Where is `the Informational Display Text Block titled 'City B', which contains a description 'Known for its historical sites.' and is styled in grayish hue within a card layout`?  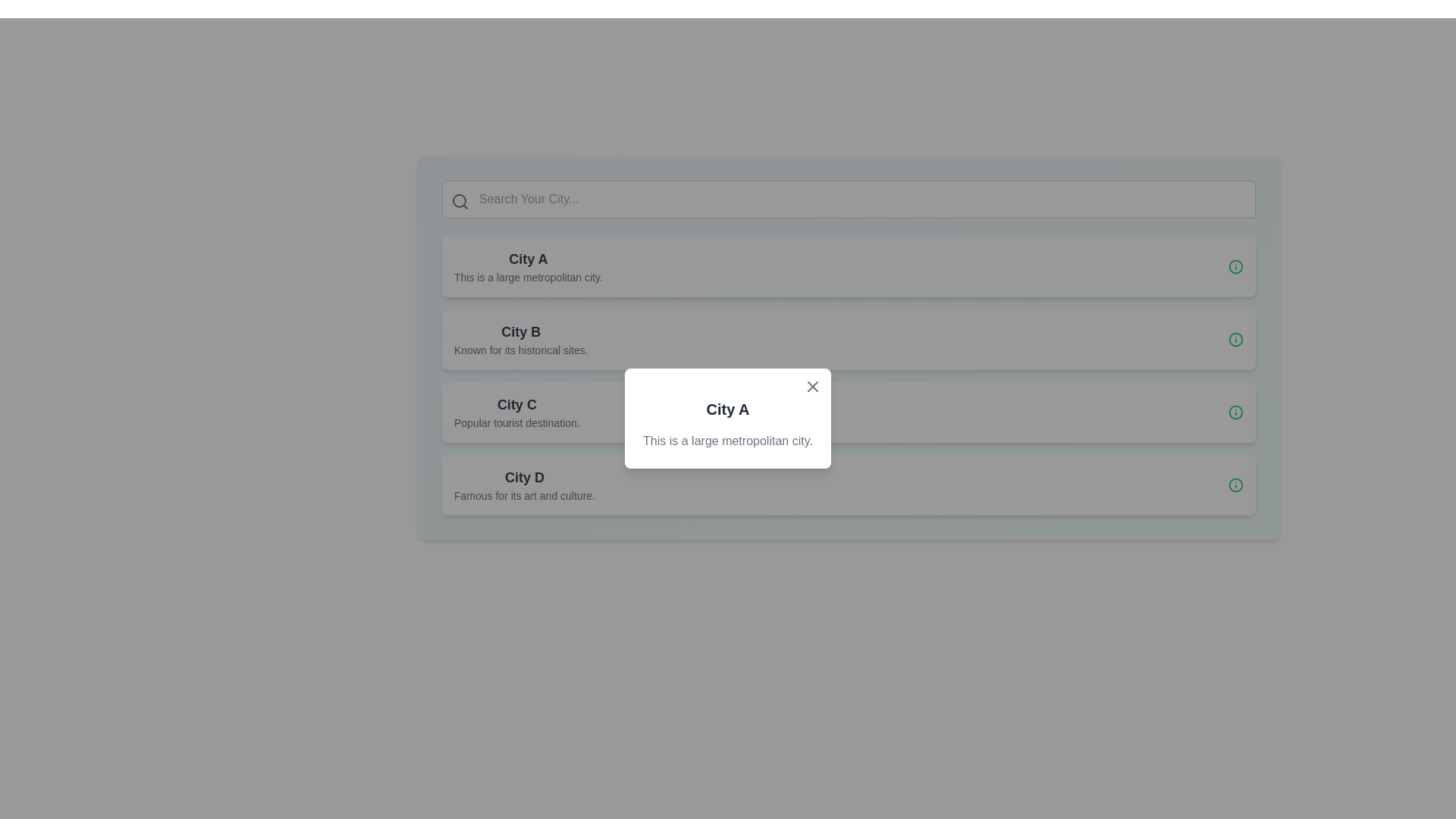 the Informational Display Text Block titled 'City B', which contains a description 'Known for its historical sites.' and is styled in grayish hue within a card layout is located at coordinates (521, 338).